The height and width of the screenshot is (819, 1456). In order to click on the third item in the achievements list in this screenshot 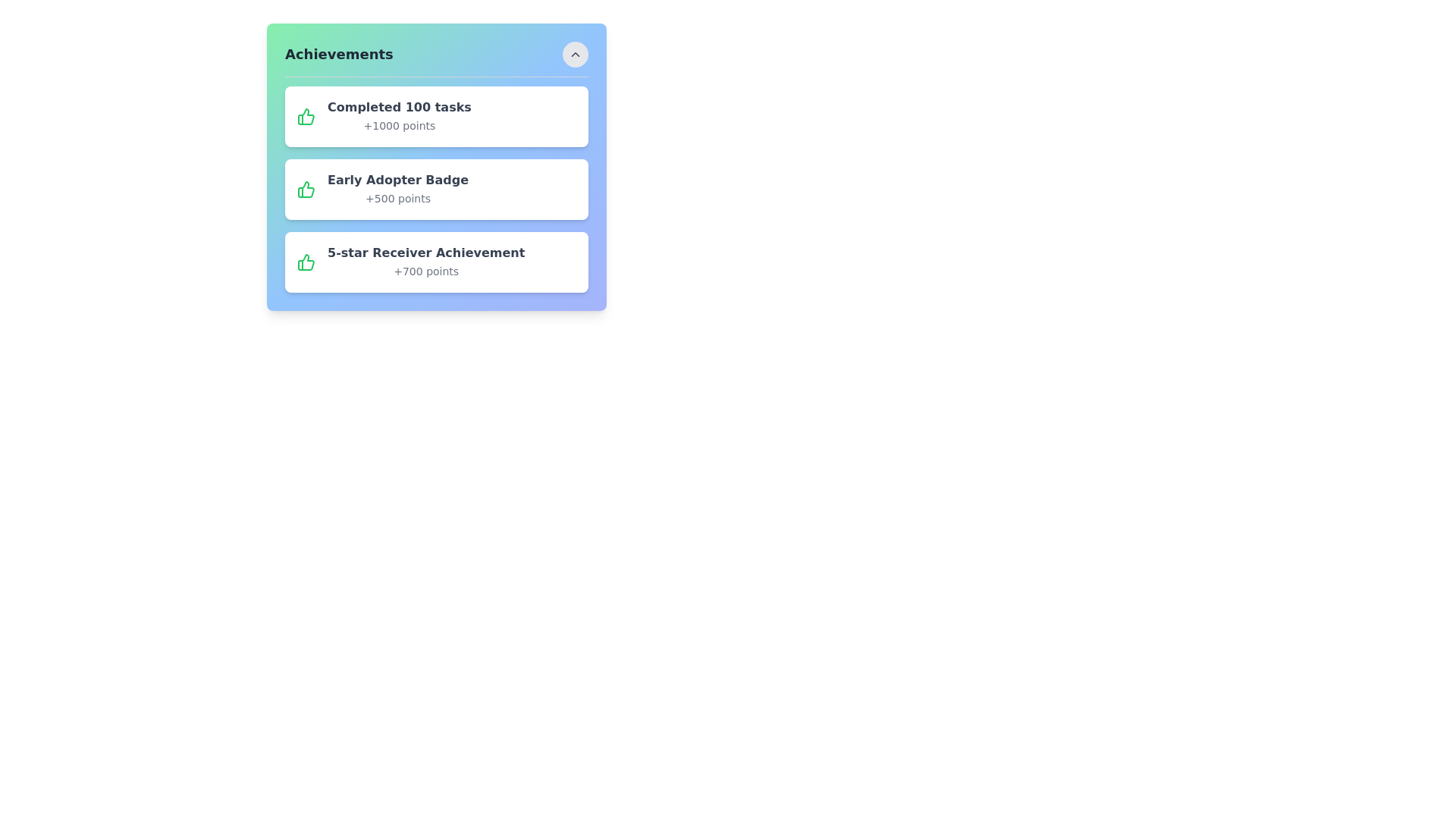, I will do `click(436, 262)`.